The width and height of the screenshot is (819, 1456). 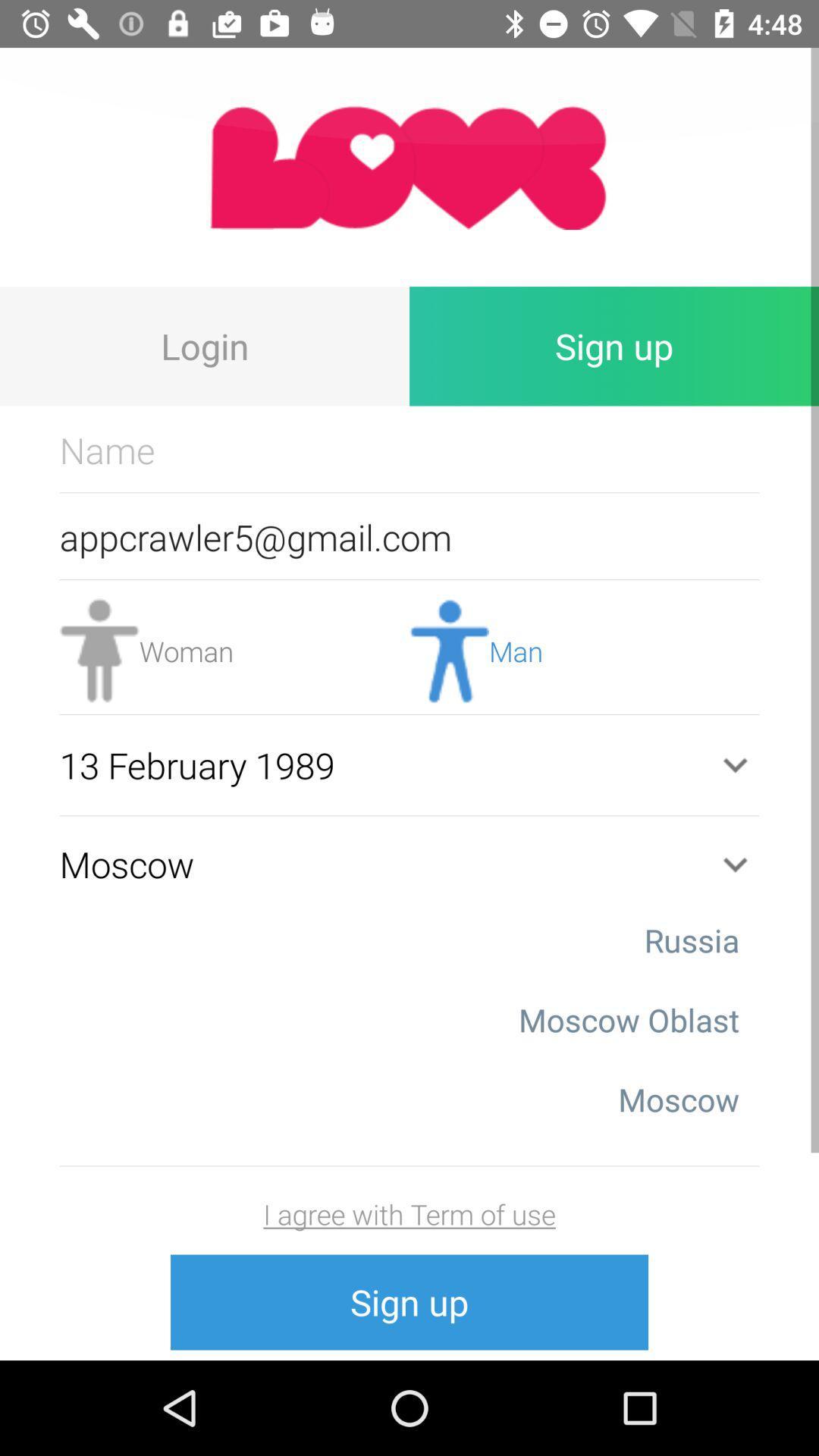 I want to click on open this card, so click(x=409, y=167).